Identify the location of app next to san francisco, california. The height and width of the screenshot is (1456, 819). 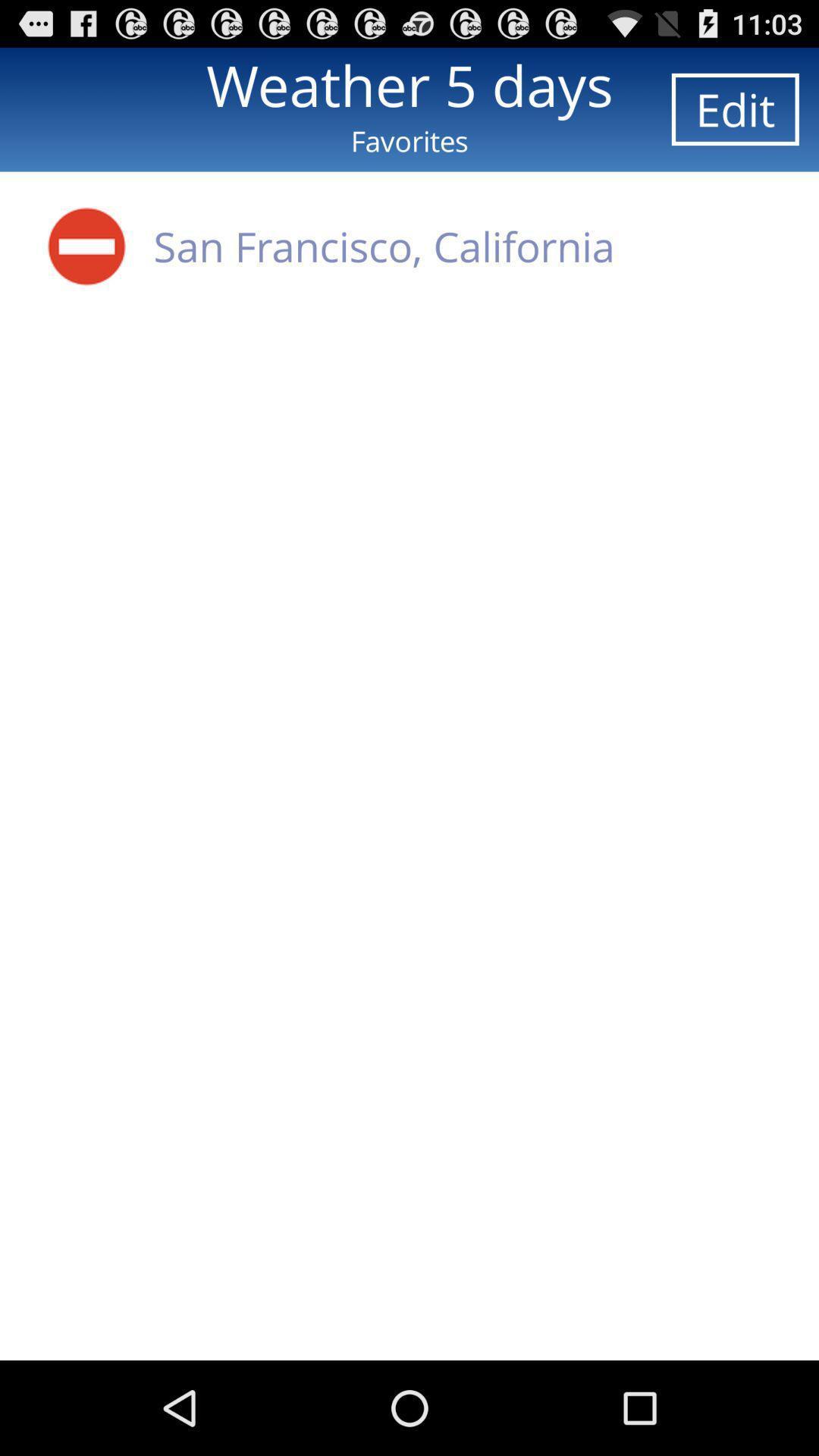
(86, 246).